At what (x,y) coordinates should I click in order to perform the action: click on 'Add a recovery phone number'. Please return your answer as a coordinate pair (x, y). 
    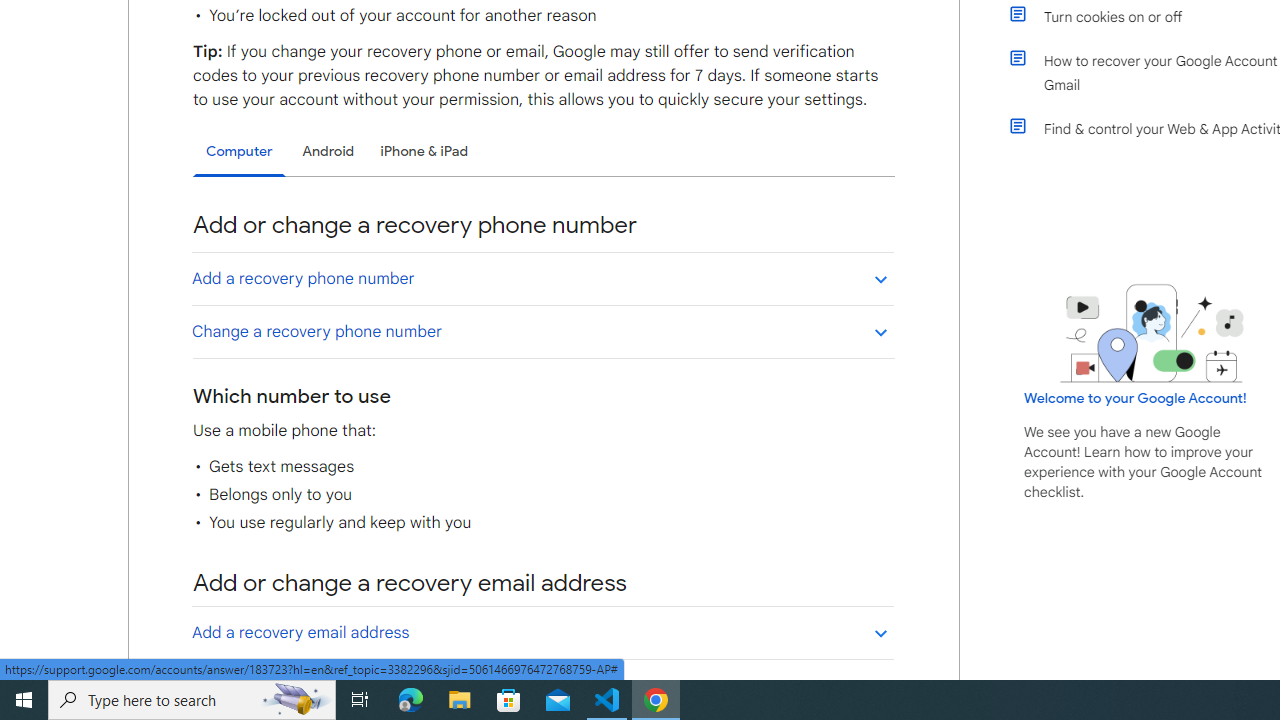
    Looking at the image, I should click on (542, 278).